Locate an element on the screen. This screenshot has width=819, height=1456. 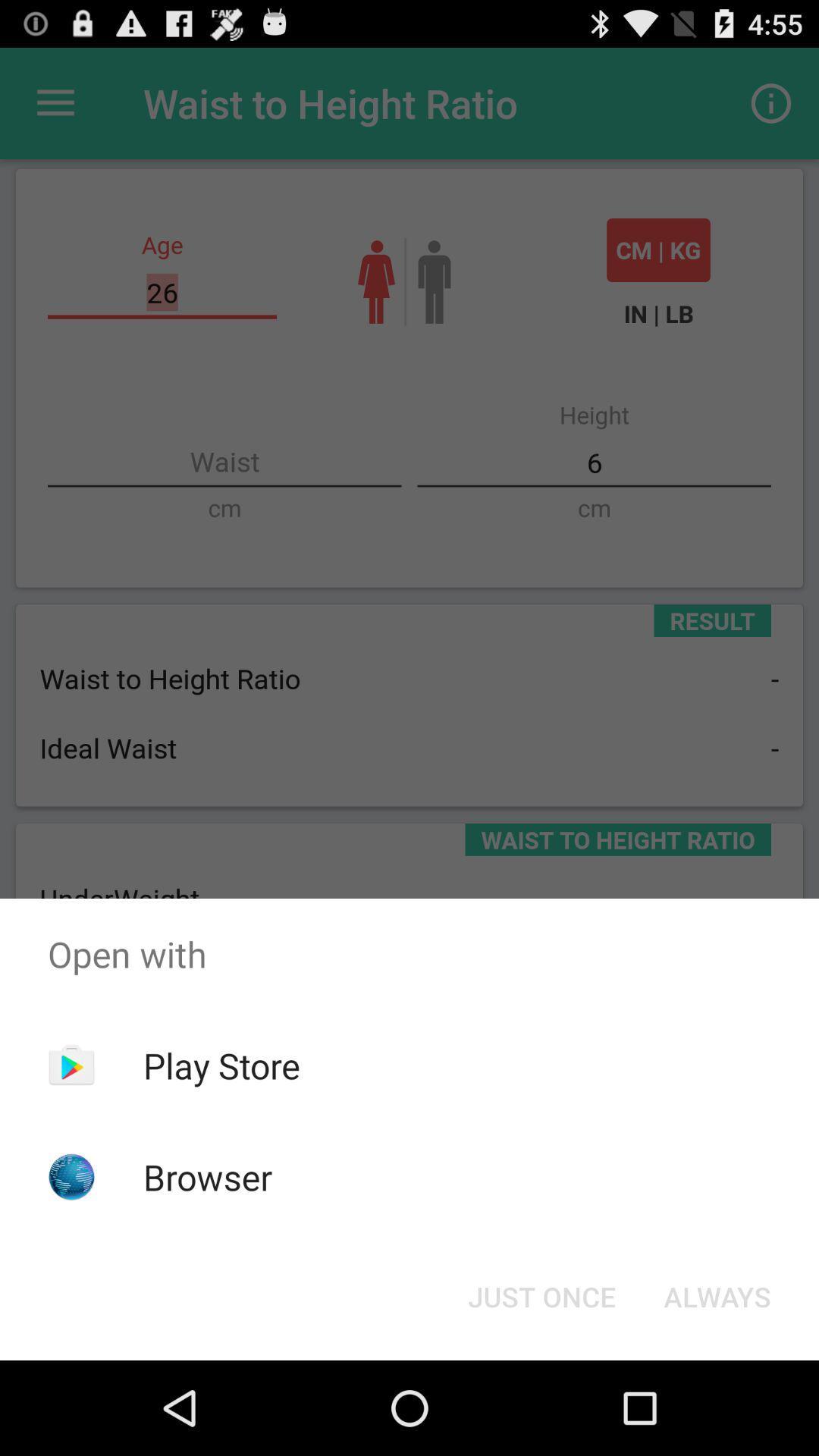
icon to the right of just once item is located at coordinates (717, 1295).